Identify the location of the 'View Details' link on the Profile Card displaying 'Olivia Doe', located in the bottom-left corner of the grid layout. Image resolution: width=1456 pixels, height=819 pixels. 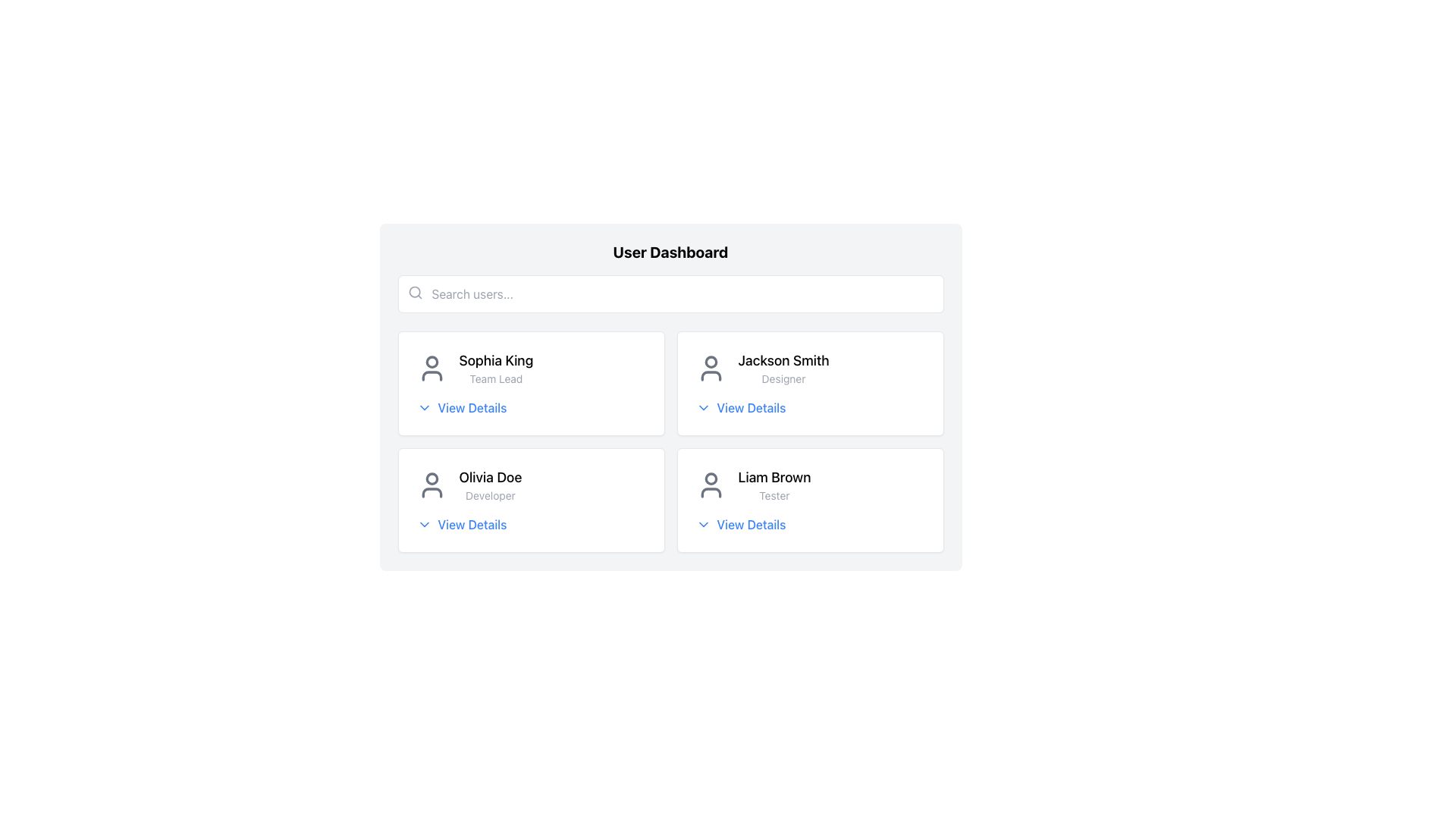
(531, 500).